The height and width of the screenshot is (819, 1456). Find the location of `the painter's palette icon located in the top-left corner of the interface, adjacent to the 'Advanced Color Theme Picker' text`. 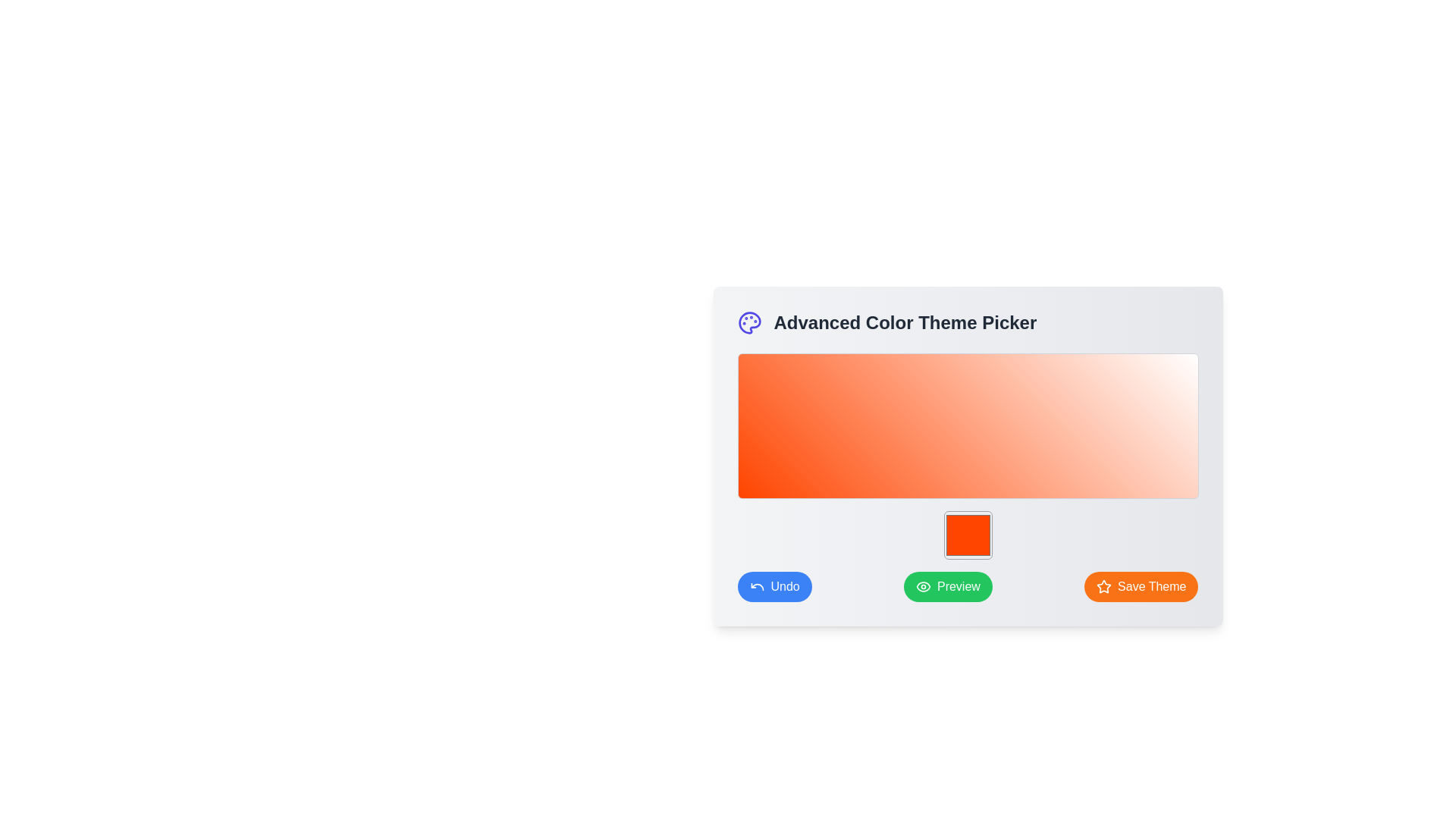

the painter's palette icon located in the top-left corner of the interface, adjacent to the 'Advanced Color Theme Picker' text is located at coordinates (749, 322).